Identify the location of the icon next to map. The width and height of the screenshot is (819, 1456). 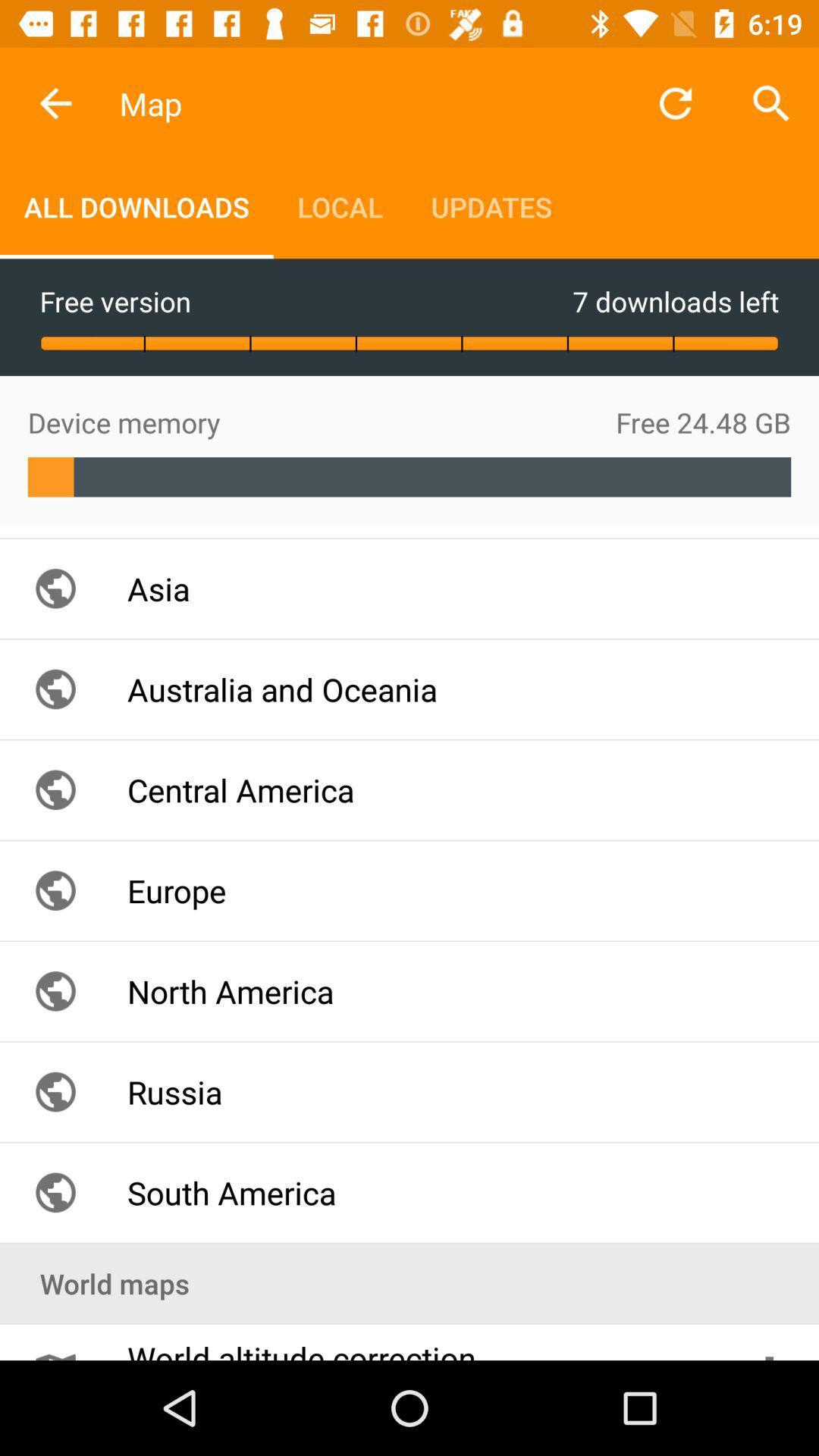
(55, 102).